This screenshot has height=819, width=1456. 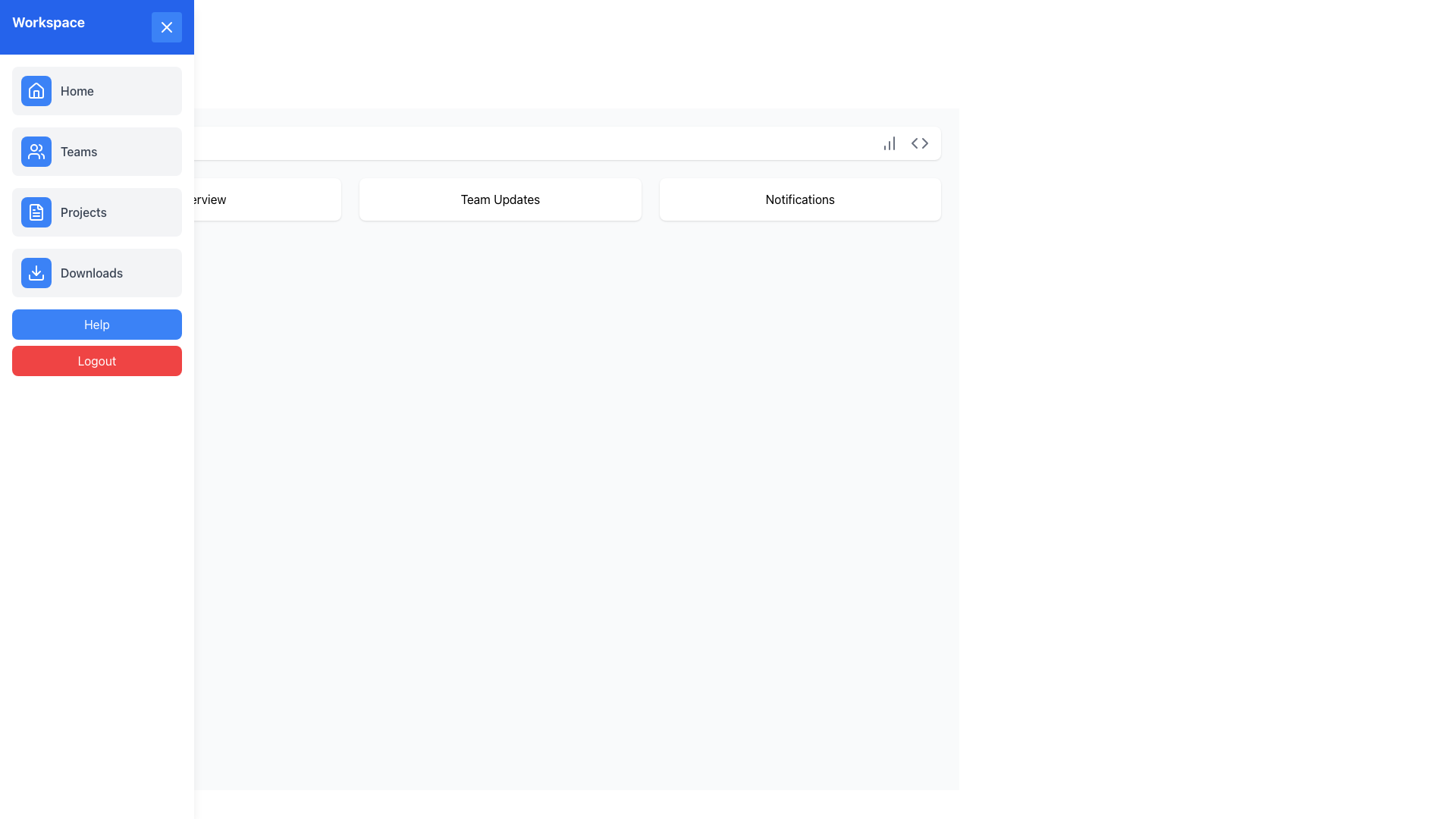 I want to click on text content of the 'Teams' label, which is a medium-sized gray text in the left-hand sidebar below the 'Home' option, so click(x=78, y=152).